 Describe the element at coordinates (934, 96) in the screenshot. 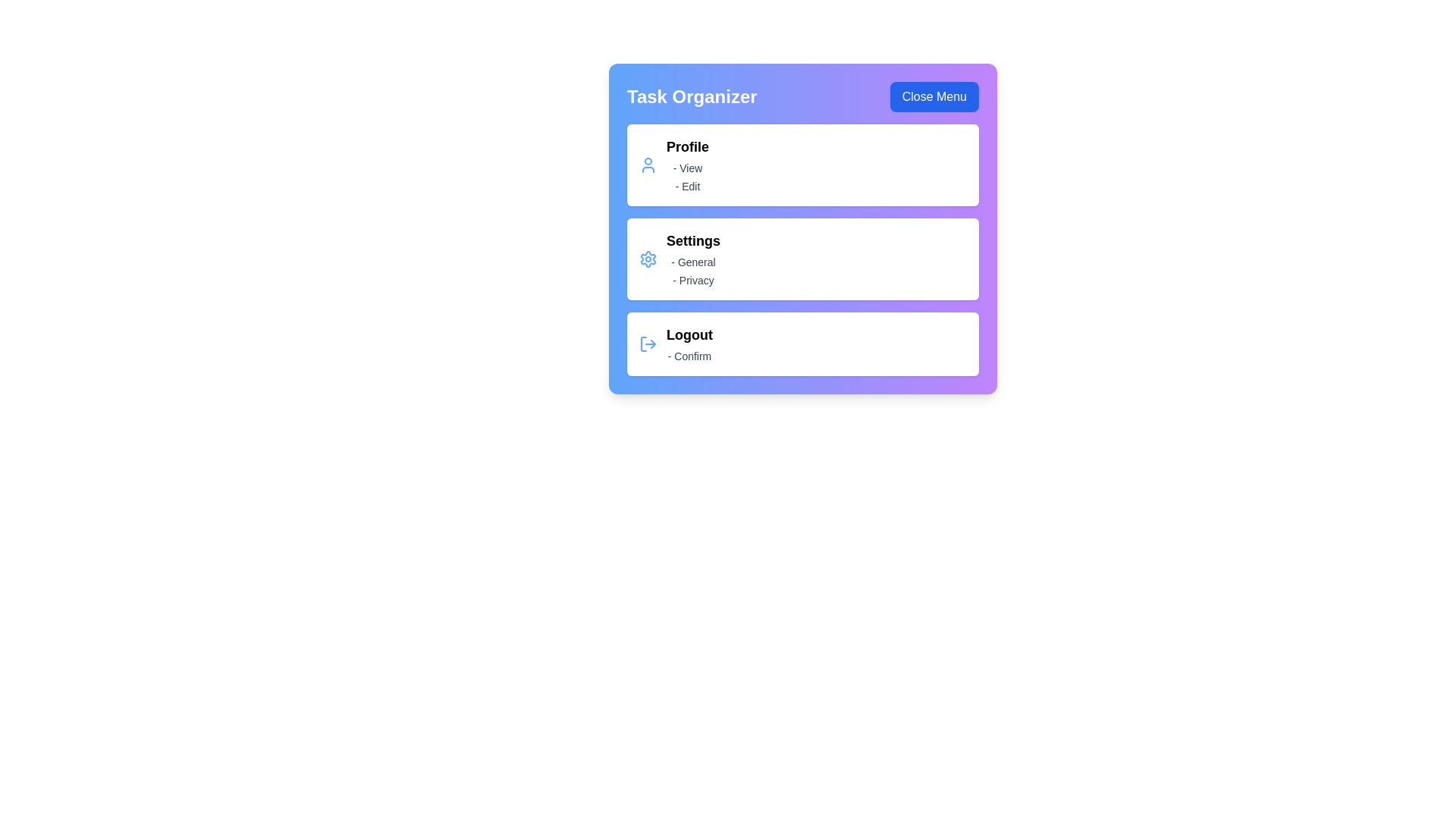

I see `the 'Close Menu' button to toggle the menu visibility` at that location.